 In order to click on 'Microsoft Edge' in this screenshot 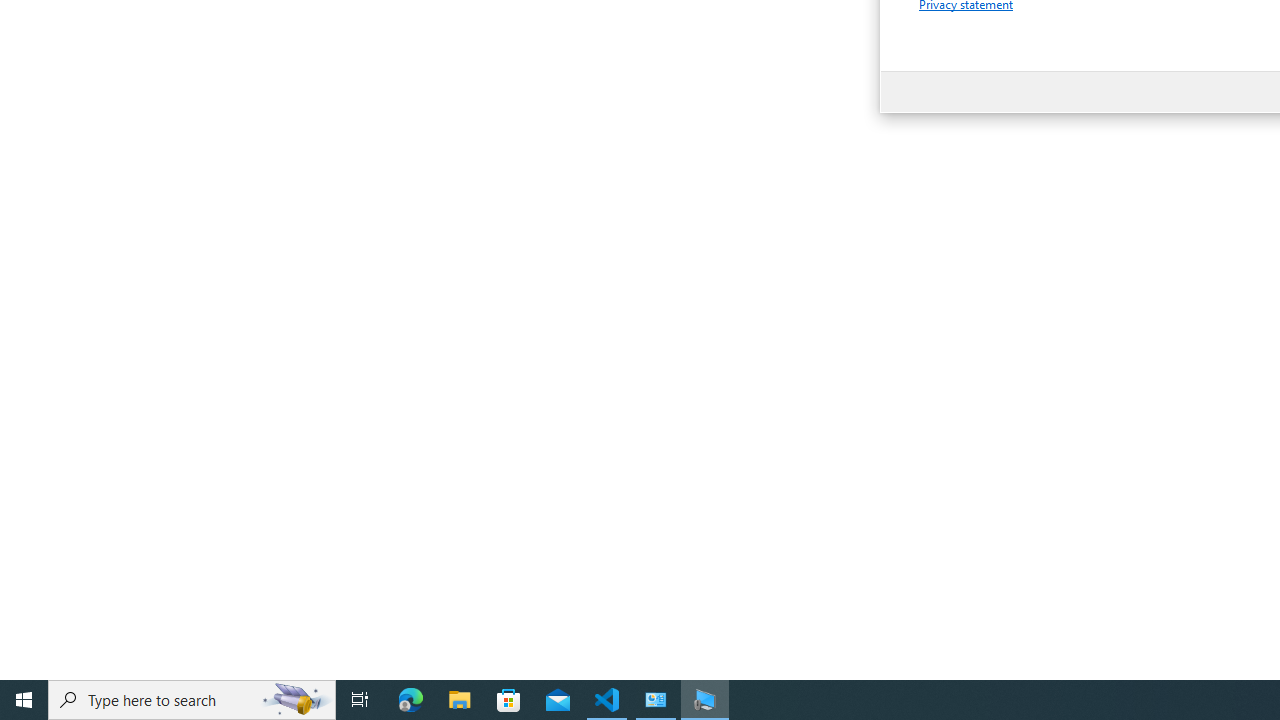, I will do `click(410, 698)`.